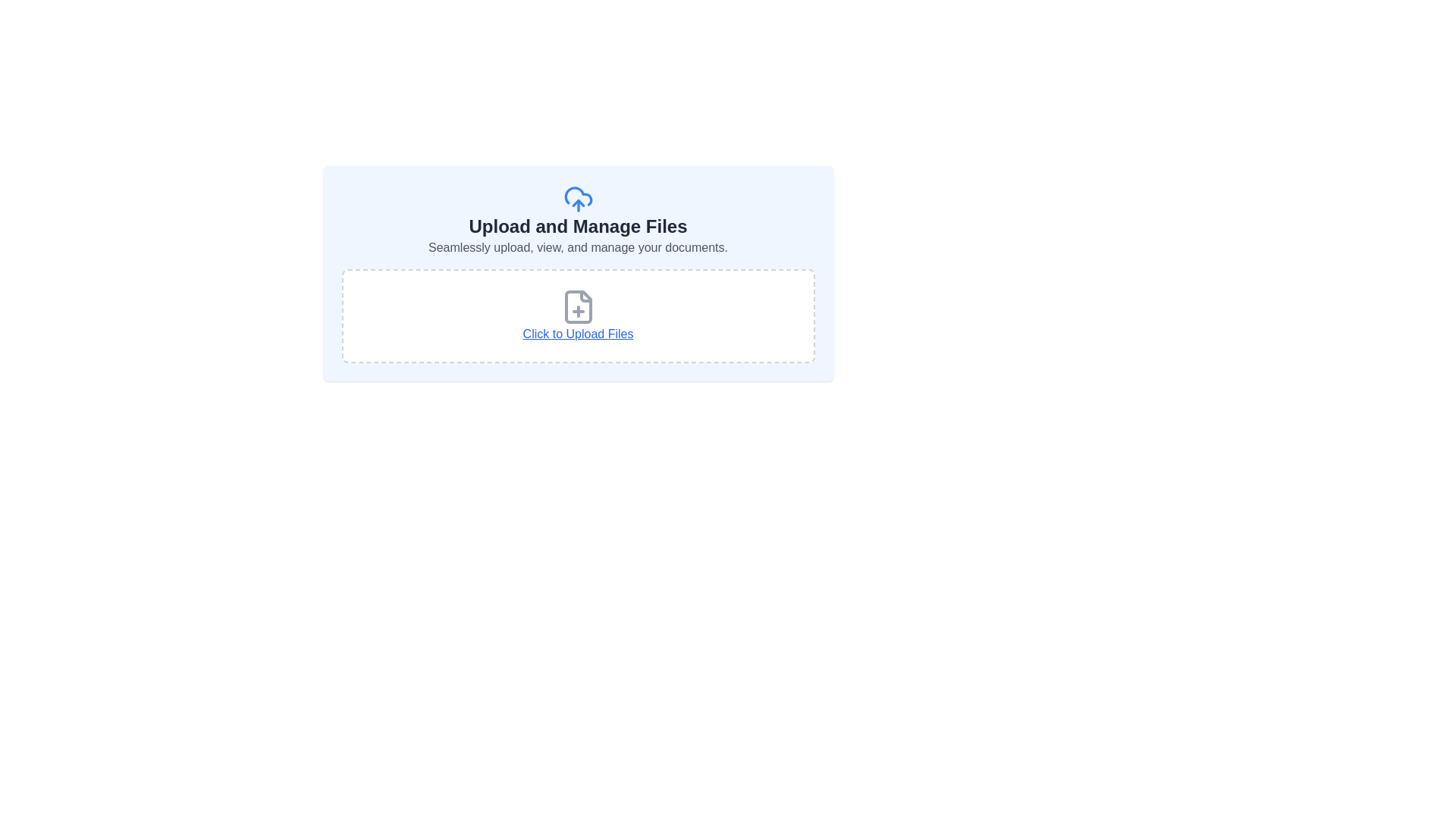  What do you see at coordinates (577, 198) in the screenshot?
I see `the file upload icon, which features cloud and arrow imagery, positioned centrally above the 'Upload and Manage Files' heading` at bounding box center [577, 198].